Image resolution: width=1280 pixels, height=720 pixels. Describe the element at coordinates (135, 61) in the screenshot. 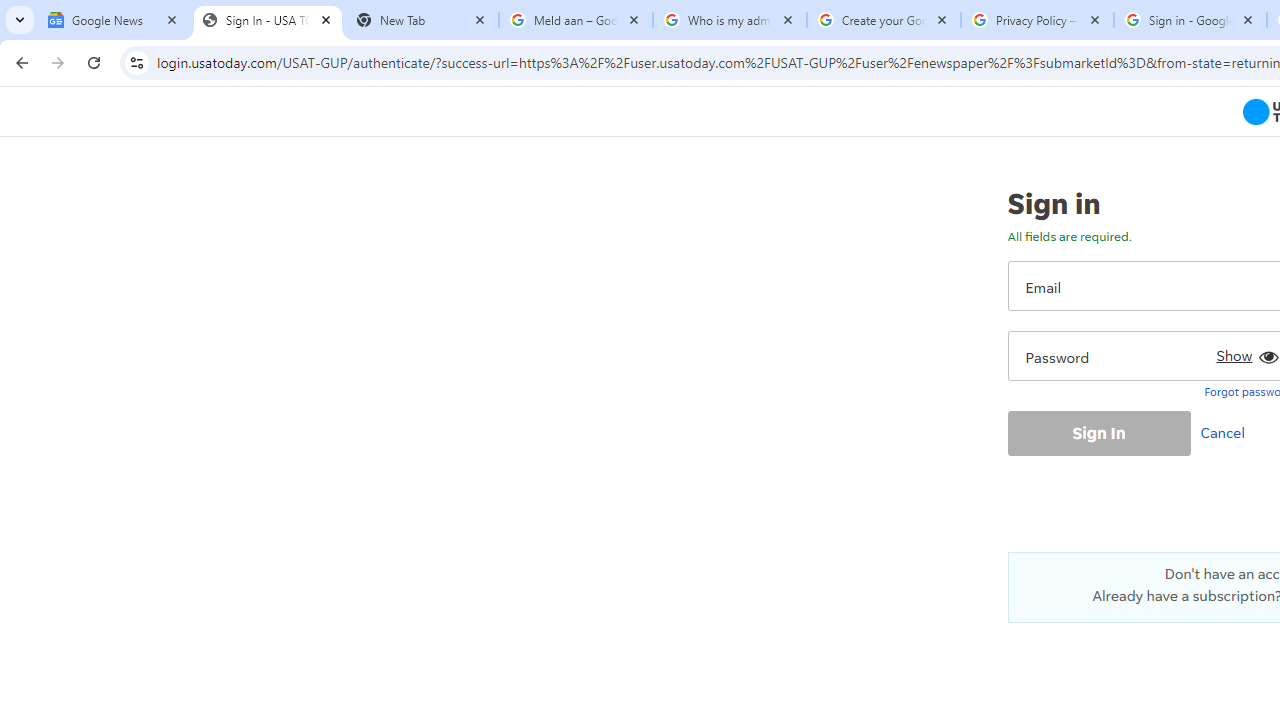

I see `'View site information'` at that location.